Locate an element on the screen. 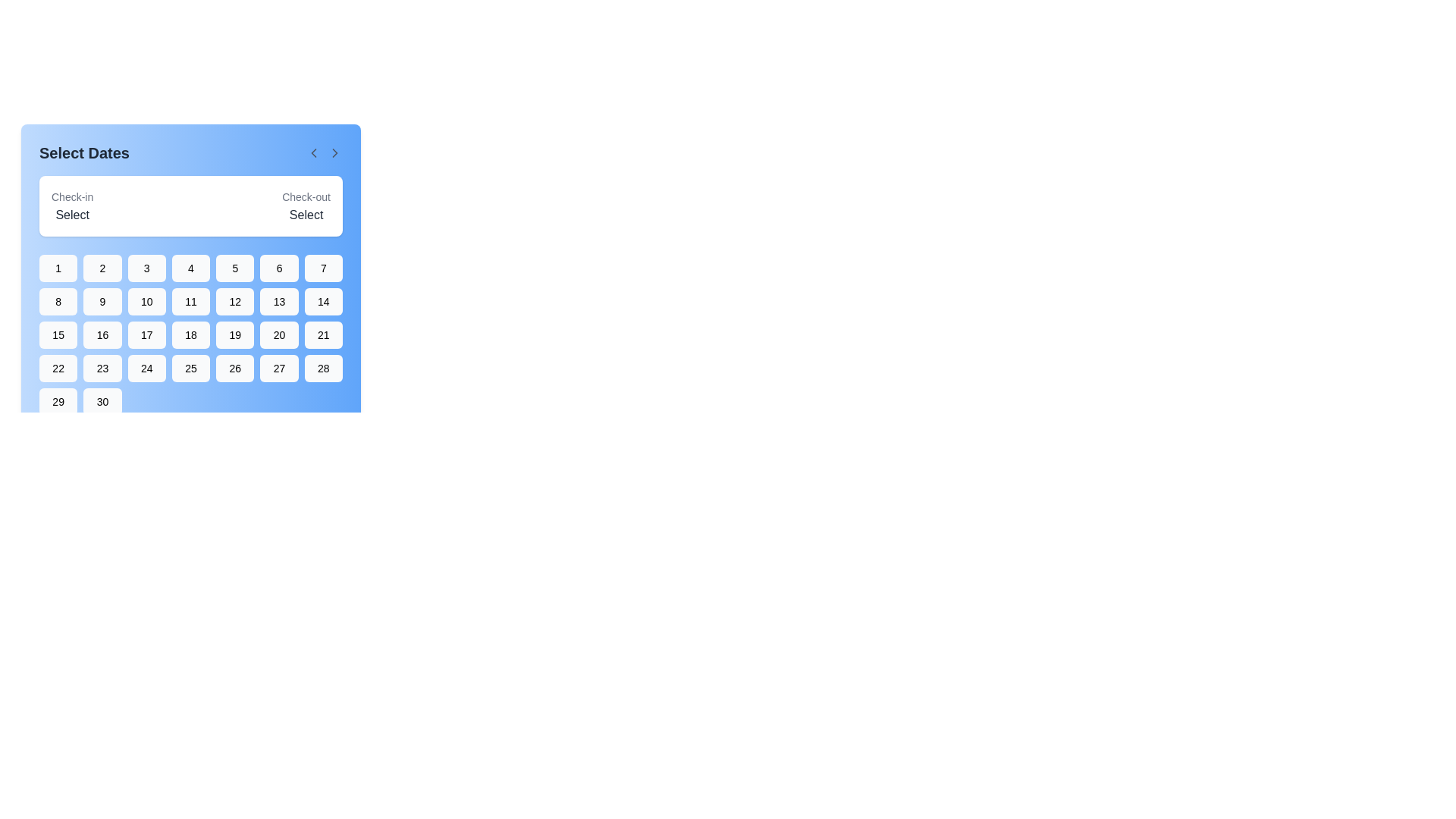 Image resolution: width=1456 pixels, height=819 pixels. the calendar day button representing the 13th day of the month is located at coordinates (279, 301).